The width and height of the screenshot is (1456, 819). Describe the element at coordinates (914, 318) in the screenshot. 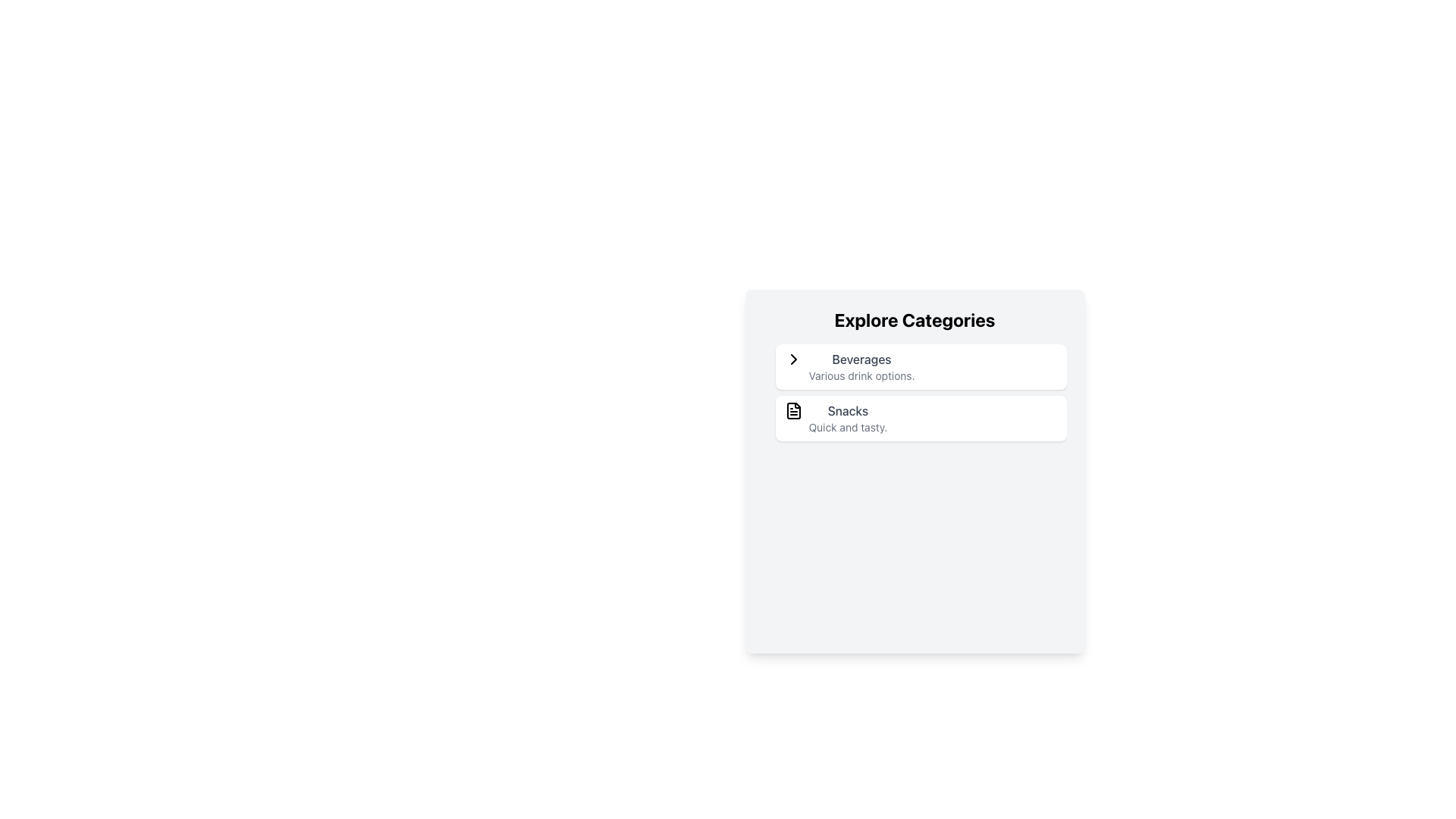

I see `the heading text at the top center of the card that indicates the purpose of exploring available categories` at that location.